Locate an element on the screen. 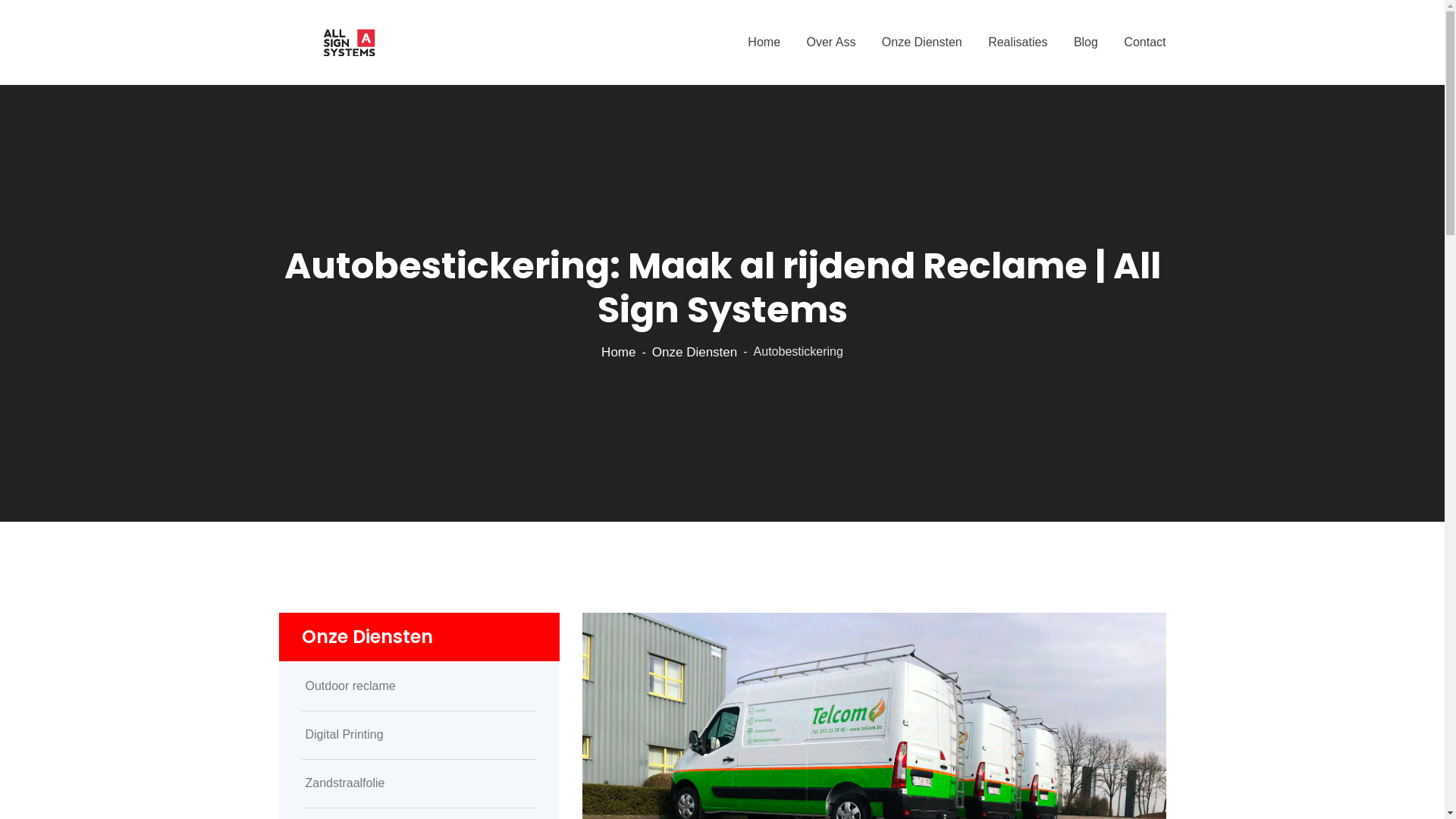 Image resolution: width=1456 pixels, height=819 pixels. 'Onze Diensten' is located at coordinates (651, 352).